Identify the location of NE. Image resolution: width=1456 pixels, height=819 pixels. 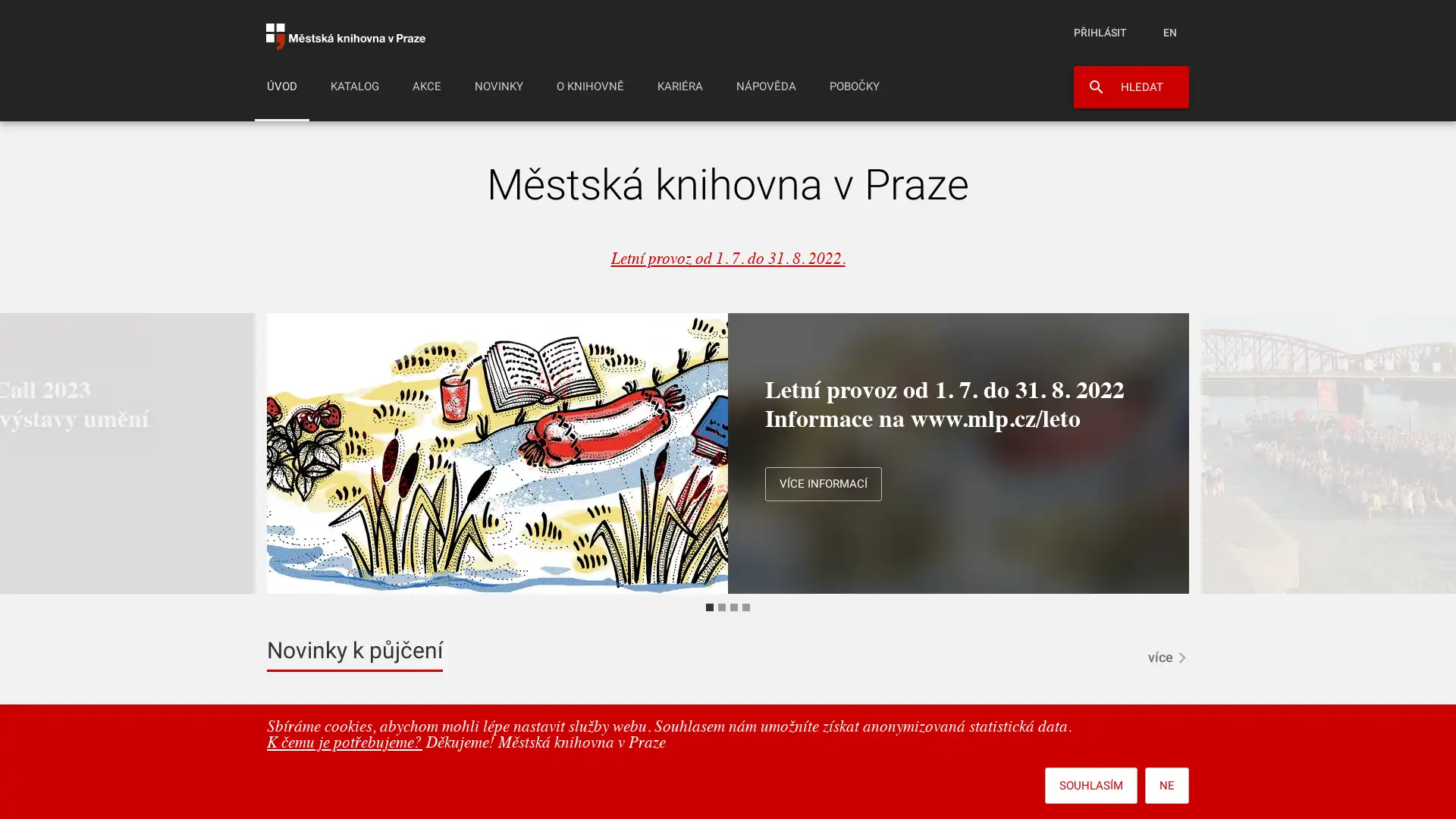
(1166, 785).